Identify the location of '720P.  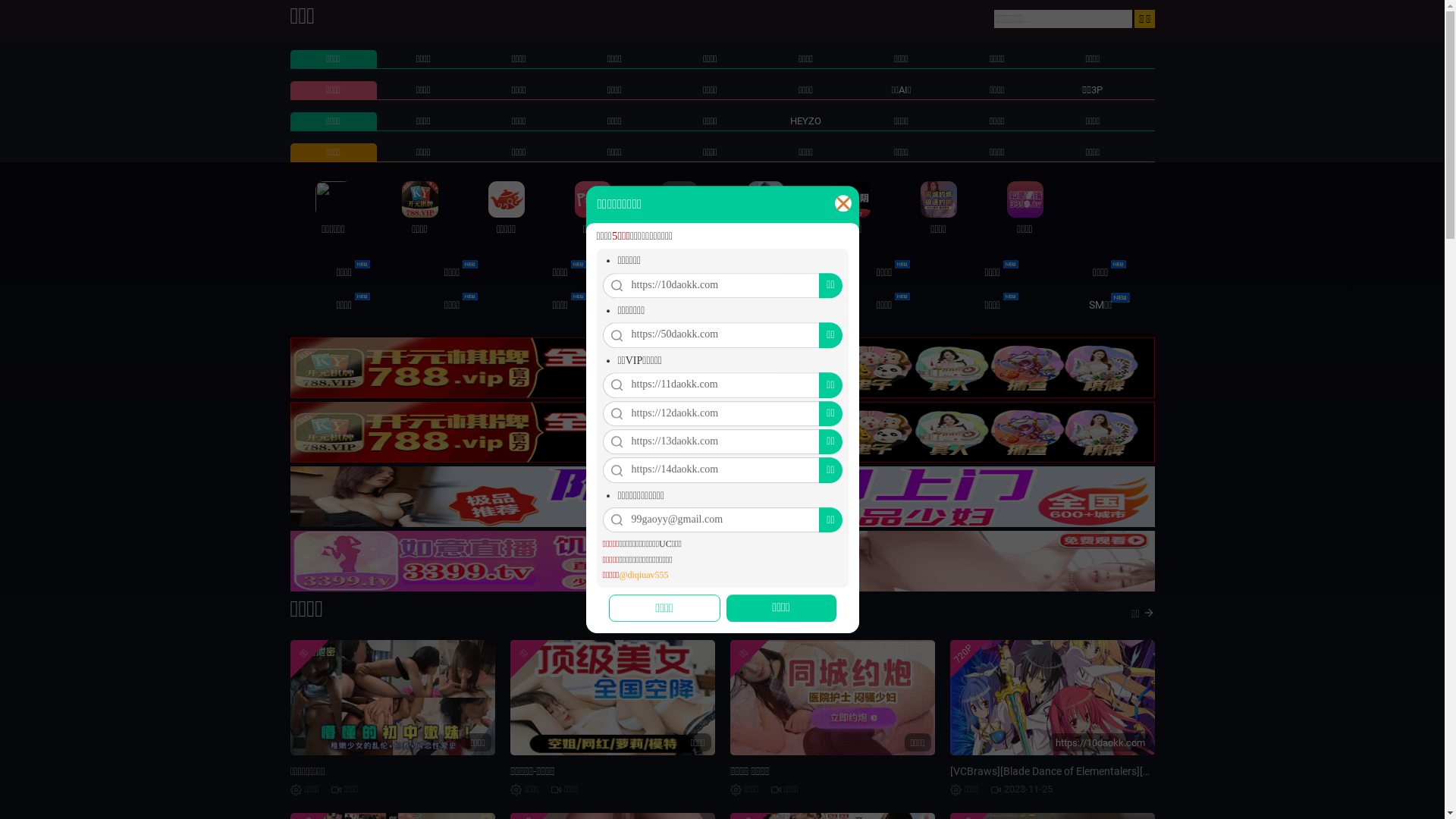
(1051, 698).